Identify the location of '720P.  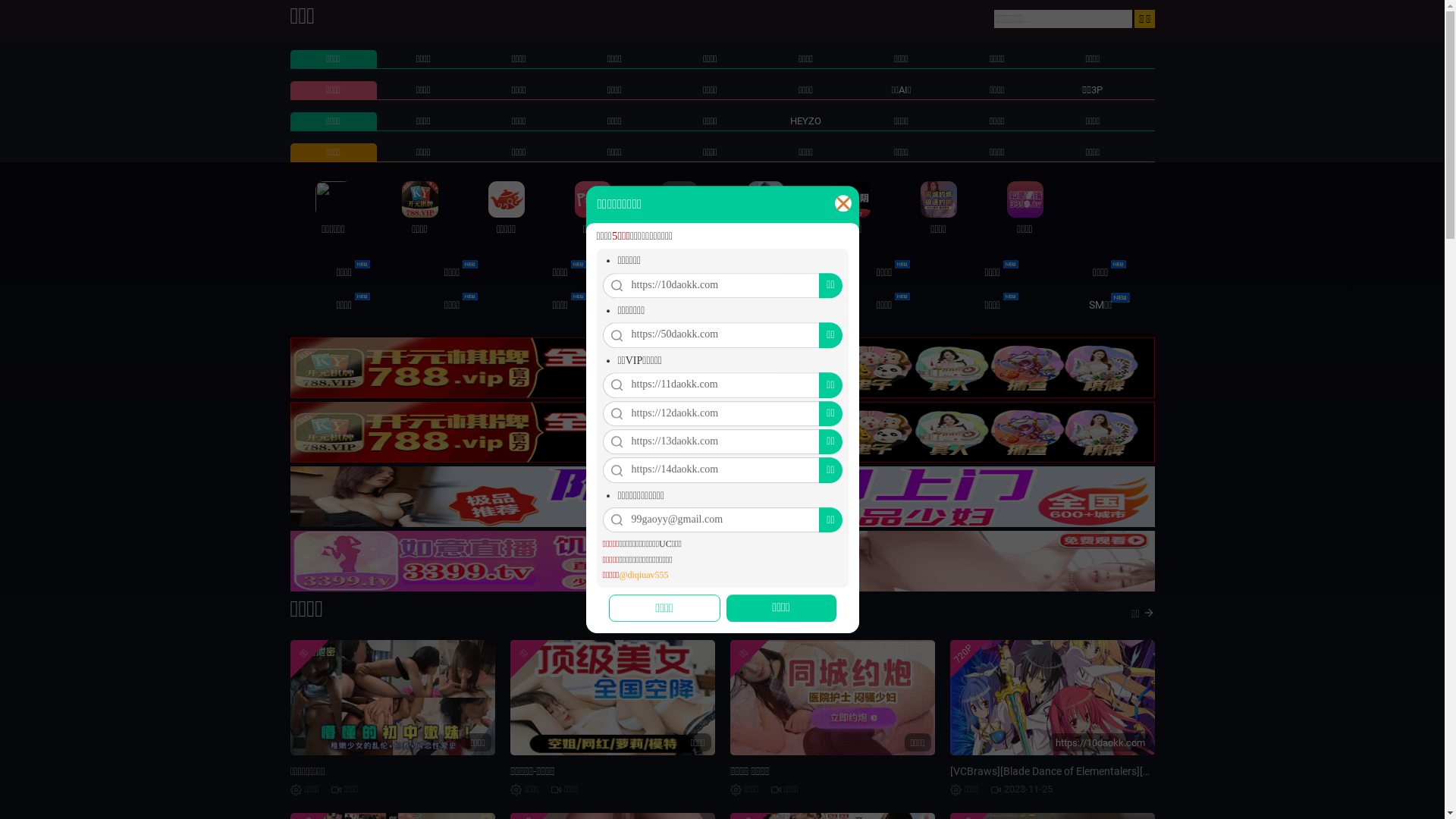
(1051, 698).